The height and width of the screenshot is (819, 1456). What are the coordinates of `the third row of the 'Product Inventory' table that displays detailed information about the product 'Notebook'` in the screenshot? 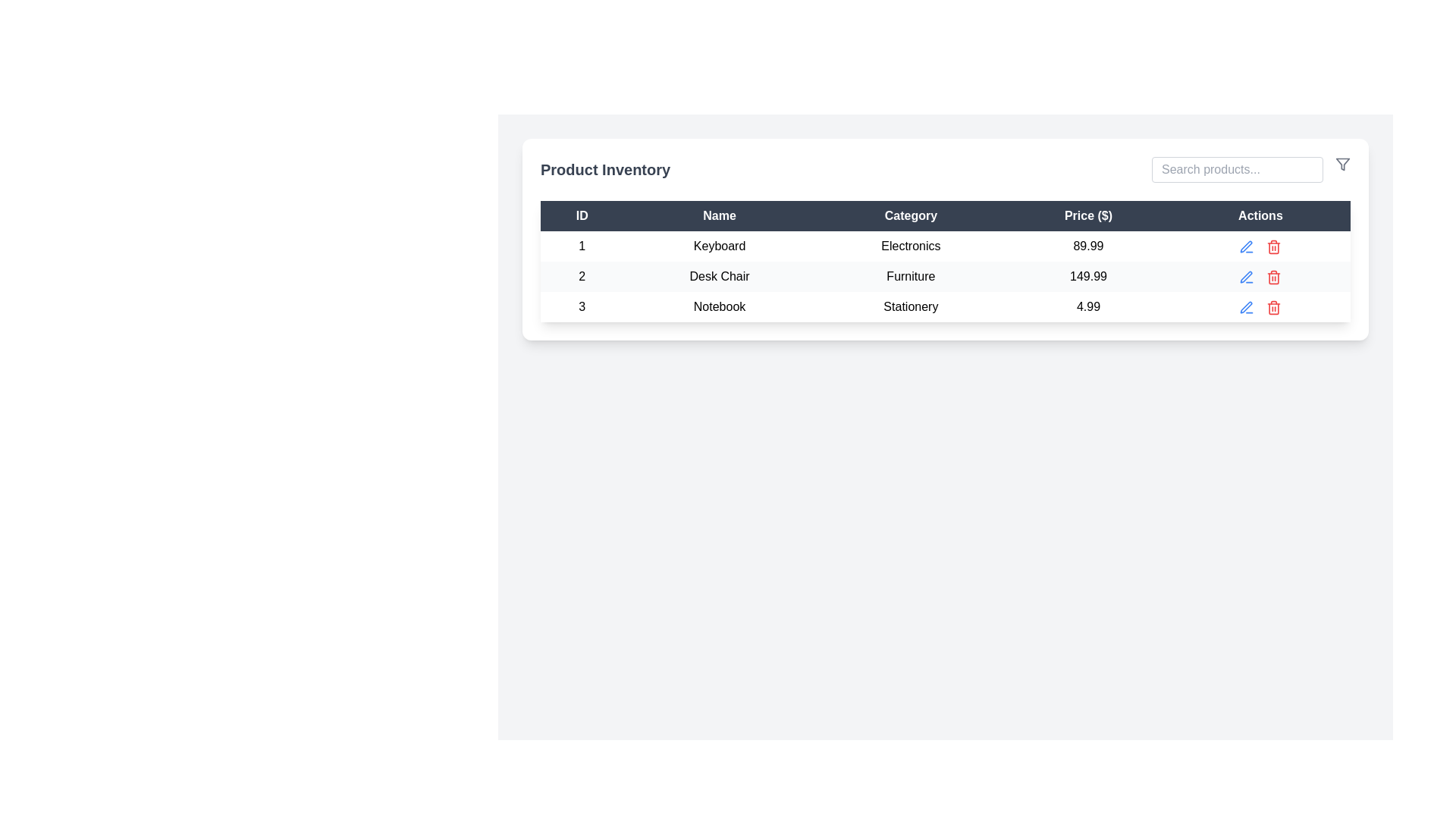 It's located at (945, 307).